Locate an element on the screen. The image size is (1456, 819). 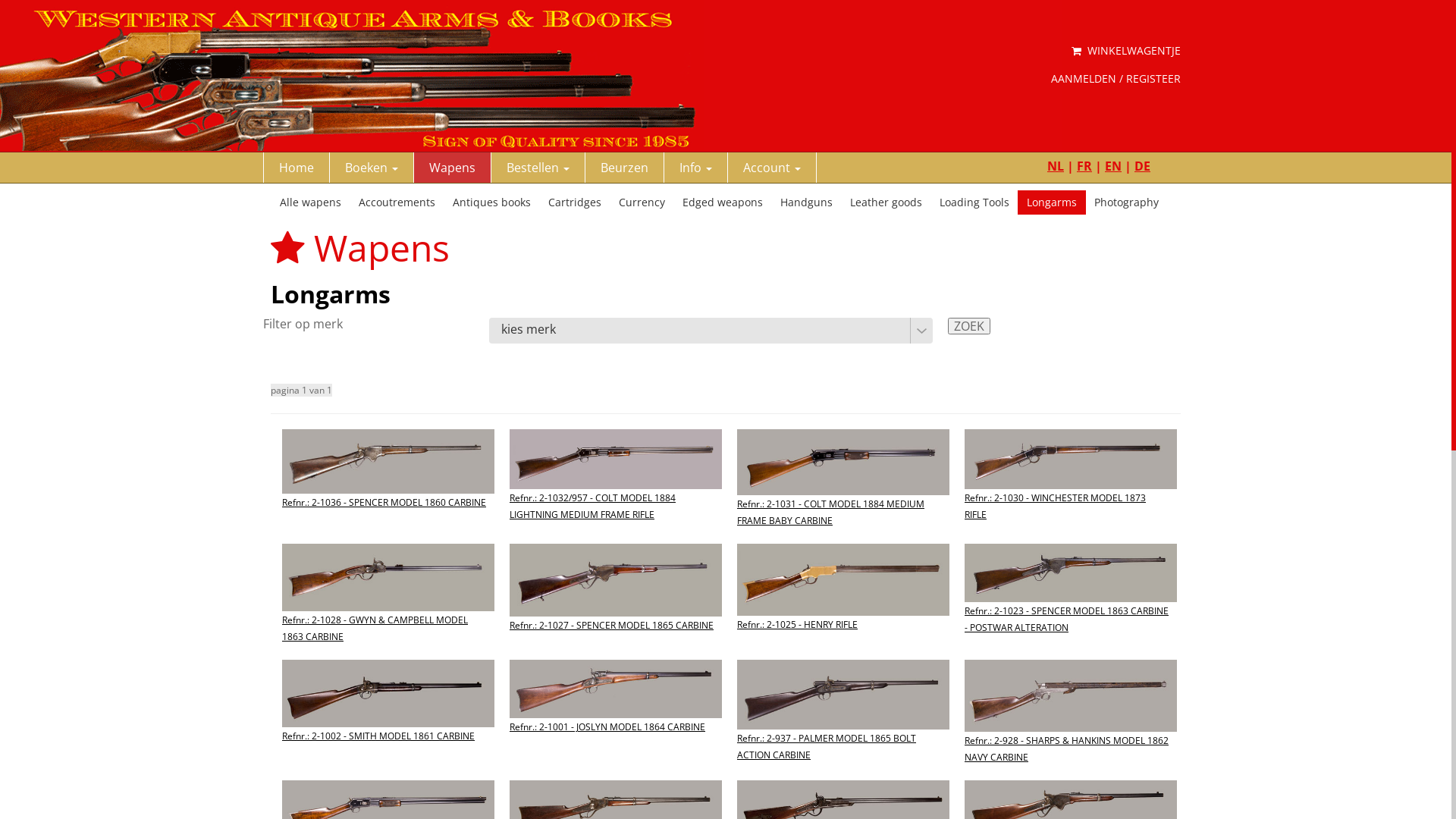
'Refnr.: 2-1030 - WINCHESTER MODEL 1873 RIFLE' is located at coordinates (1069, 485).